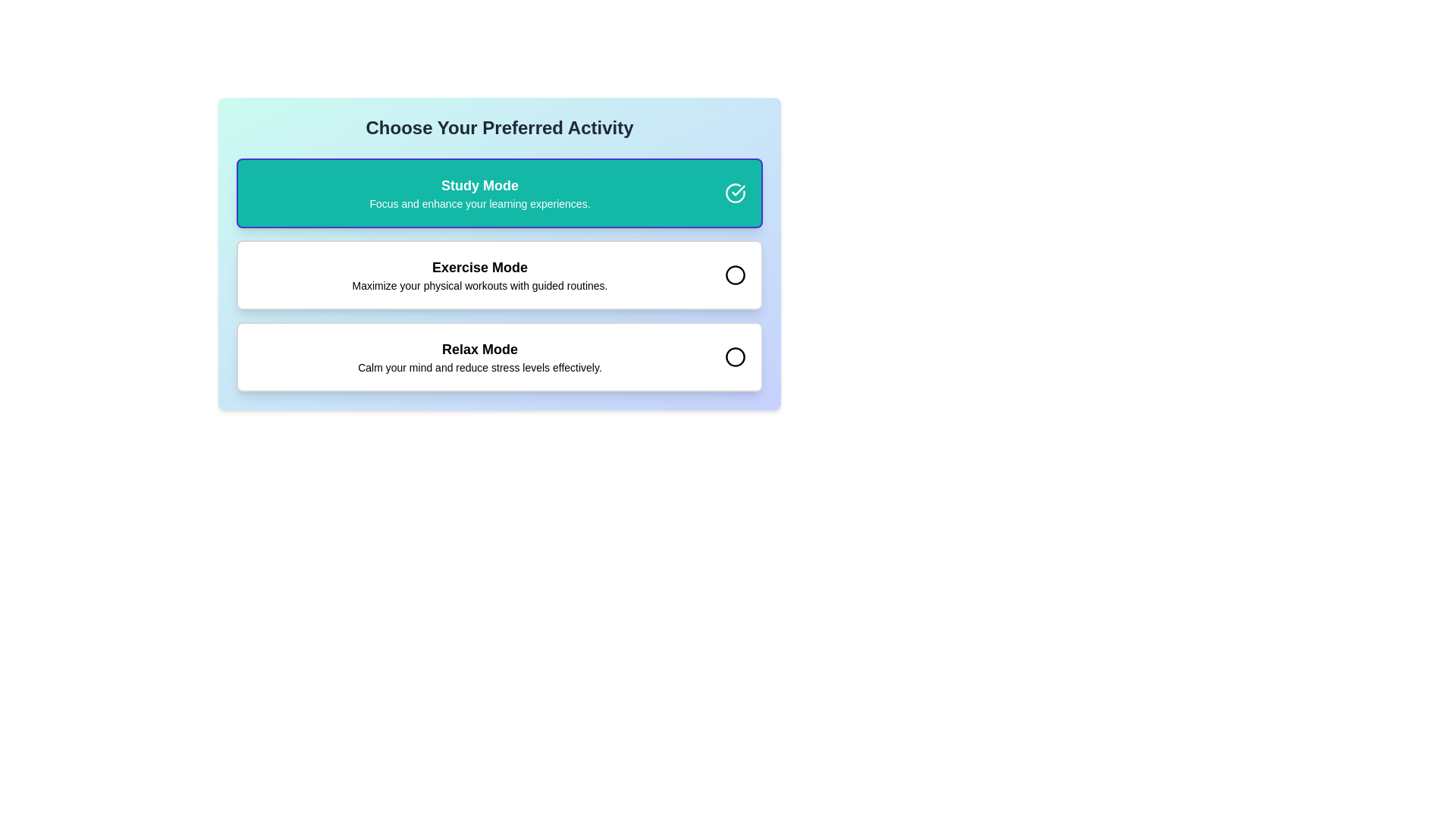 This screenshot has height=819, width=1456. What do you see at coordinates (499, 275) in the screenshot?
I see `the selectable card for 'Exercise Mode'` at bounding box center [499, 275].